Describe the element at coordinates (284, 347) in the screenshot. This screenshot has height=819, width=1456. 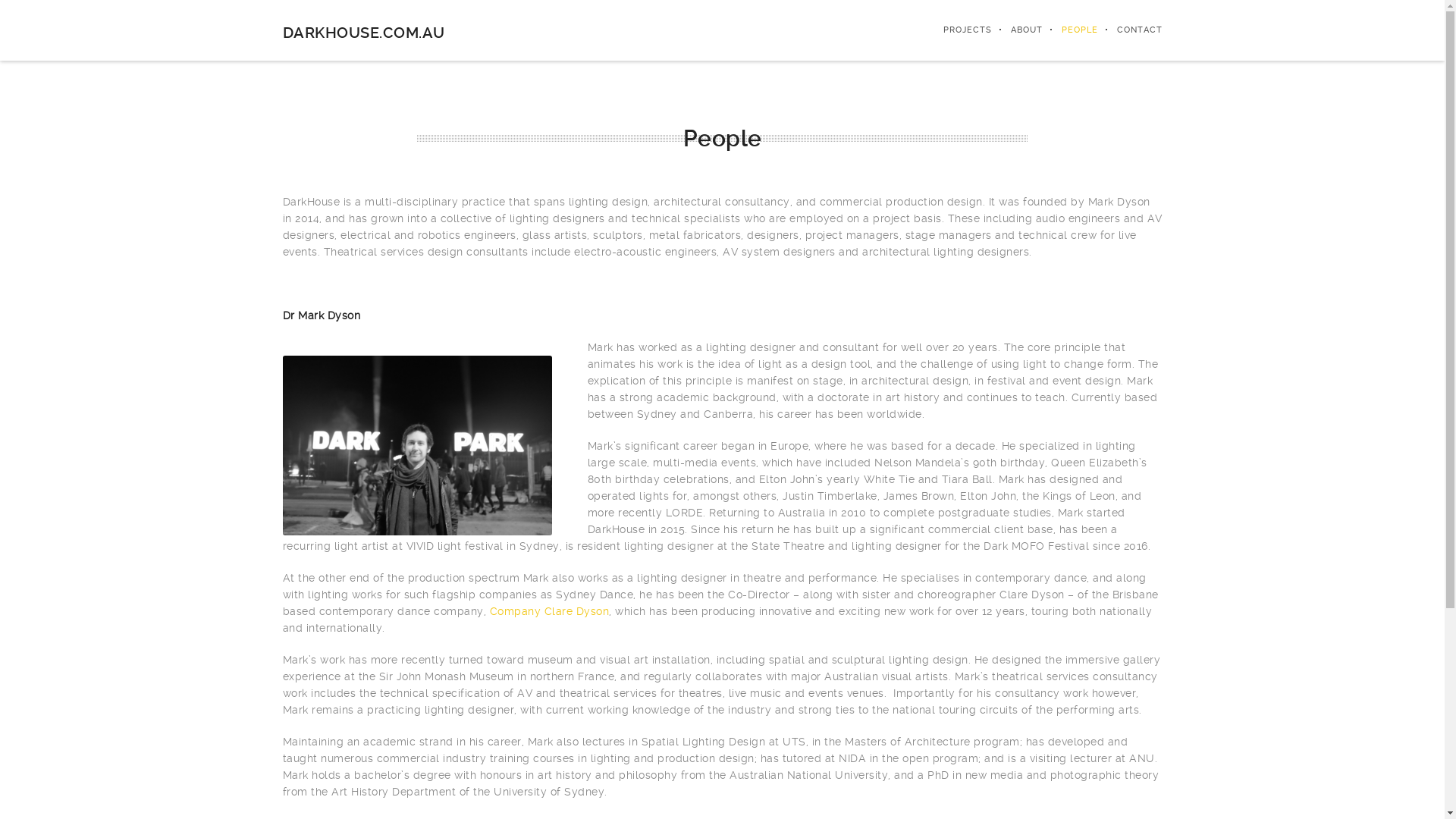
I see `' '` at that location.